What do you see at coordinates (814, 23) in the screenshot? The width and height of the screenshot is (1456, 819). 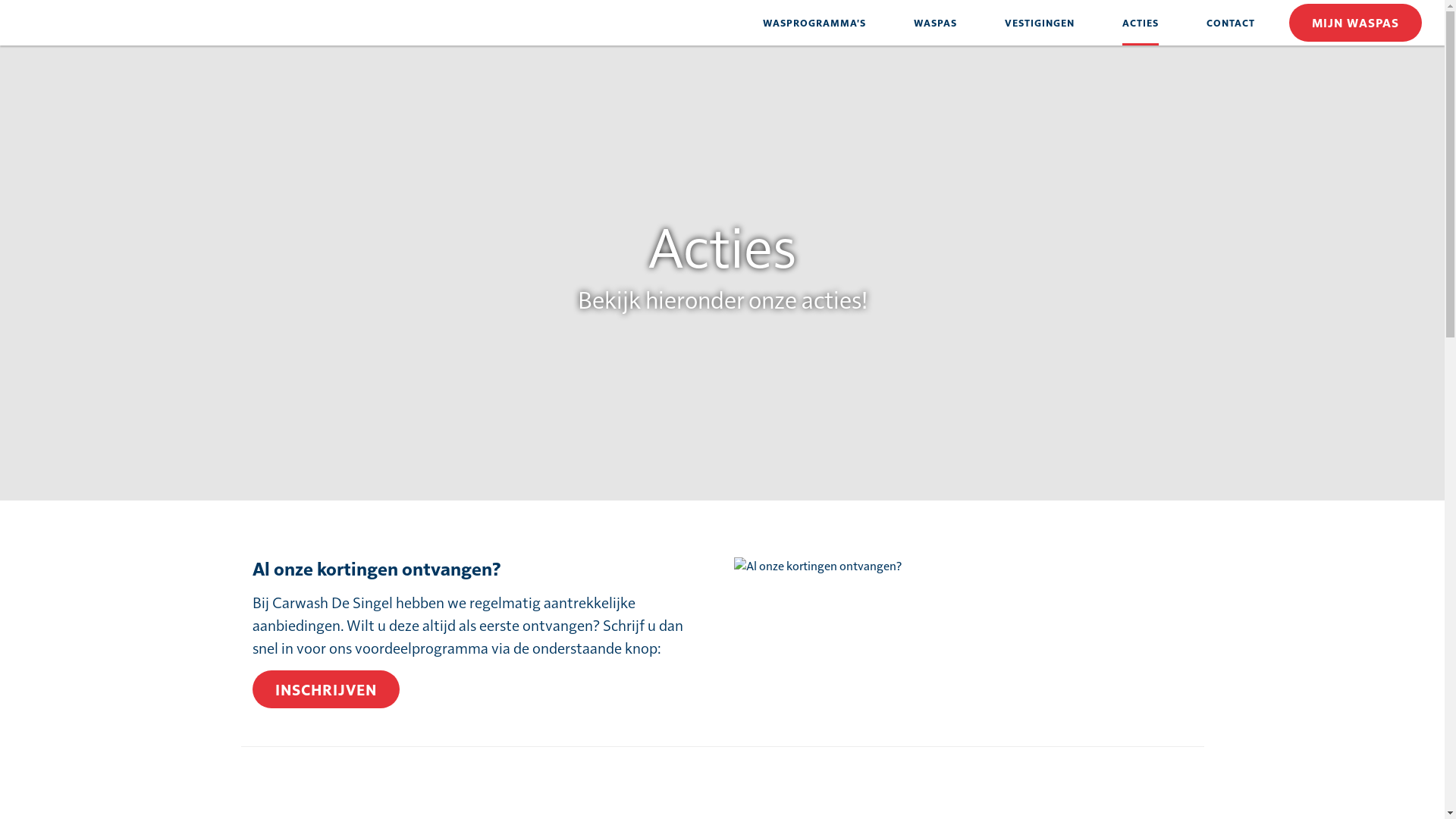 I see `'WASPROGRAMMA'S'` at bounding box center [814, 23].